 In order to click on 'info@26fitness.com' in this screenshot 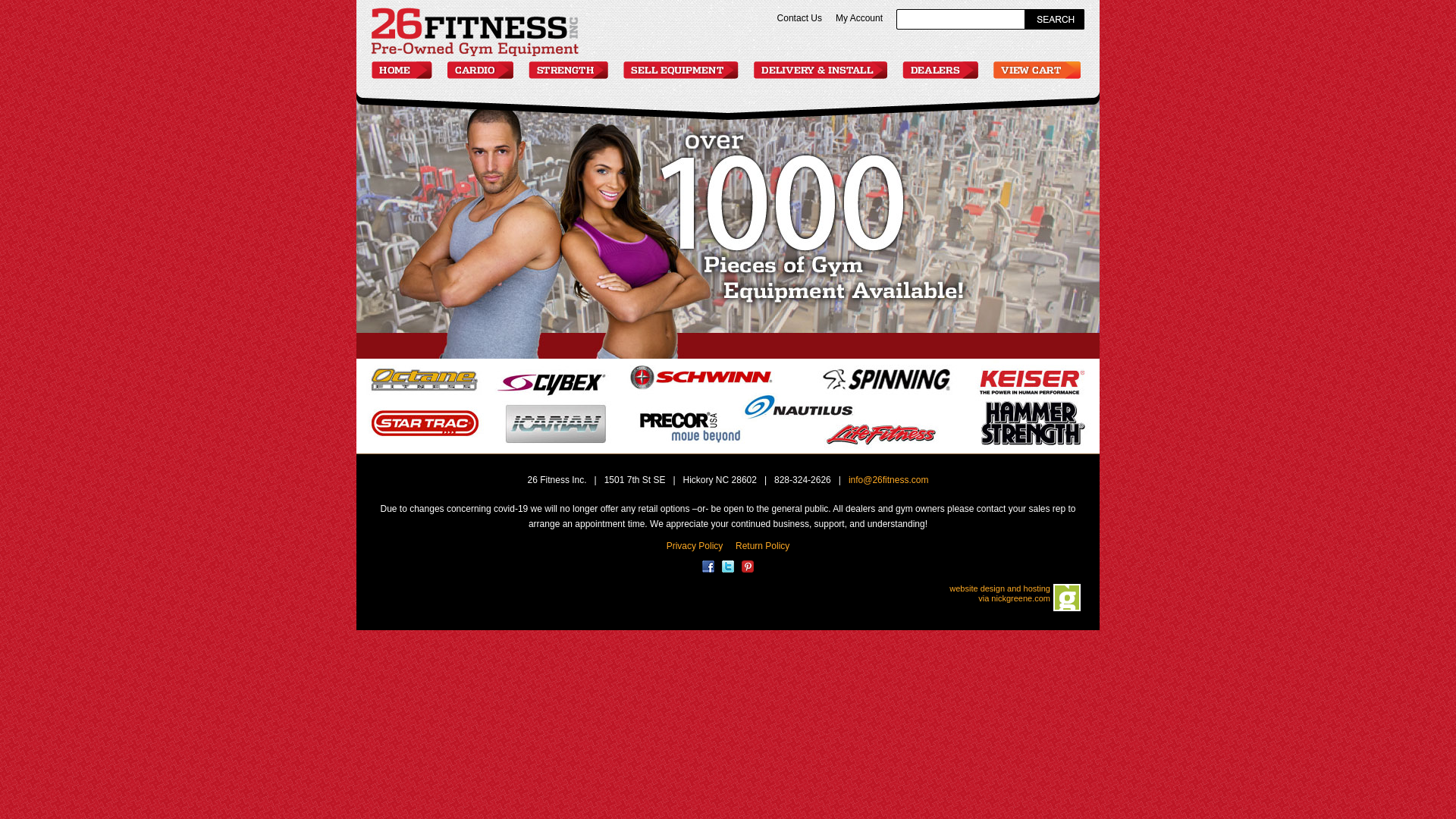, I will do `click(888, 479)`.